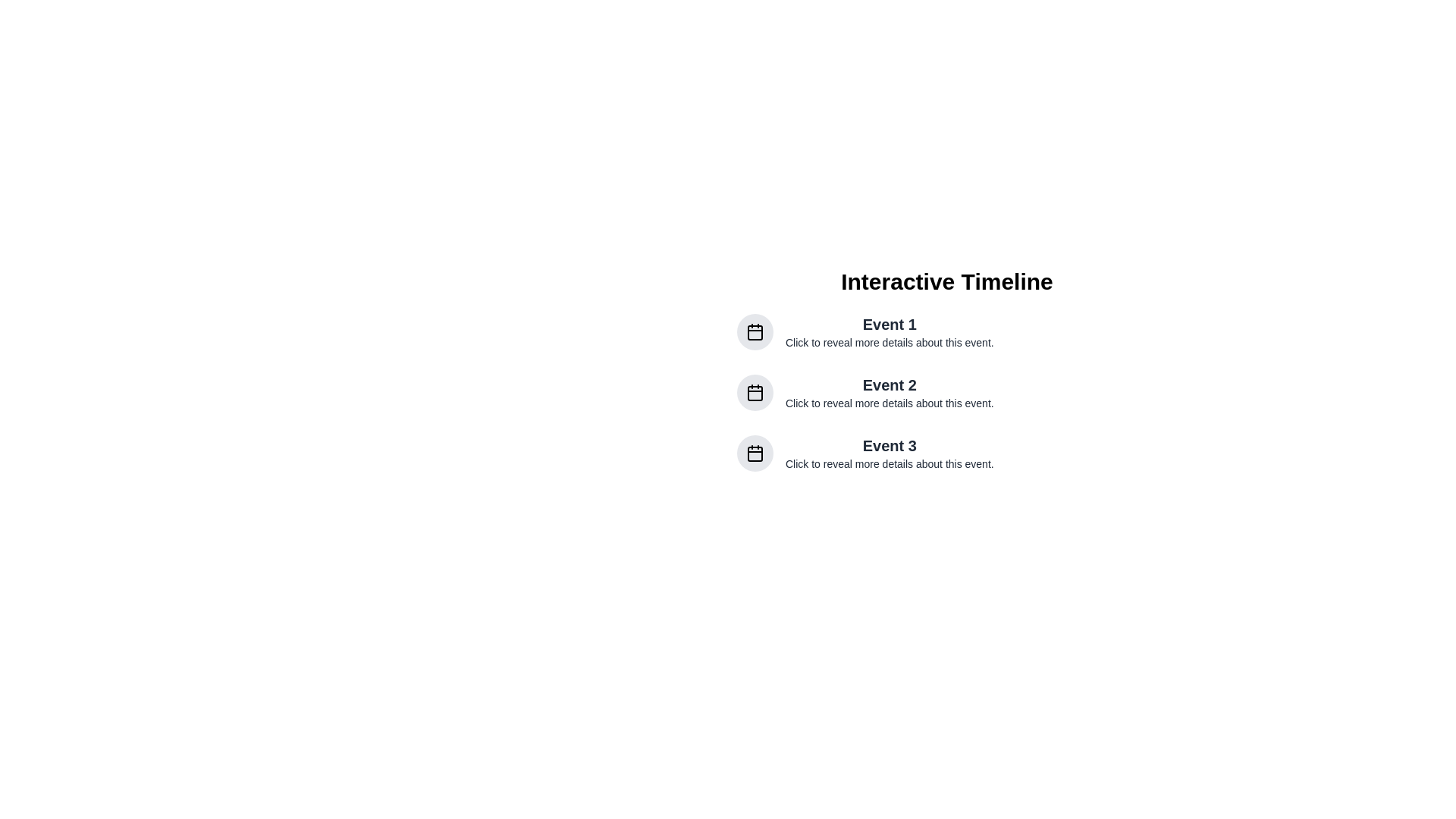 The image size is (1456, 819). Describe the element at coordinates (946, 391) in the screenshot. I see `the second item in the vertical list of events, labeled 'Event 2'` at that location.